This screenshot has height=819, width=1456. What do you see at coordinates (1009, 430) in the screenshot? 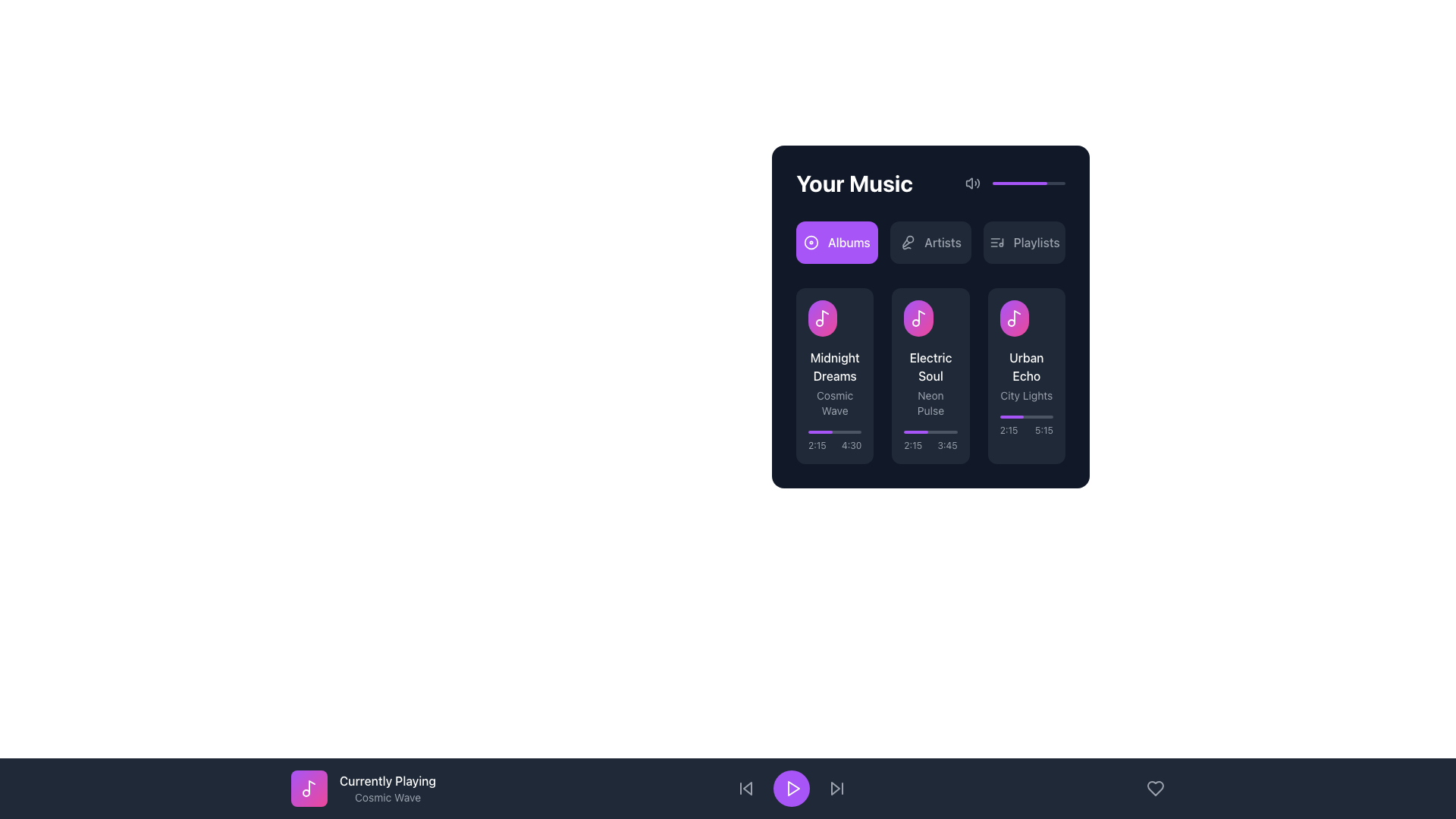
I see `the static text label displaying the current playback time of the audio track, located at the bottom left of the 'Urban Echo' music card, slightly below the progress bar` at bounding box center [1009, 430].